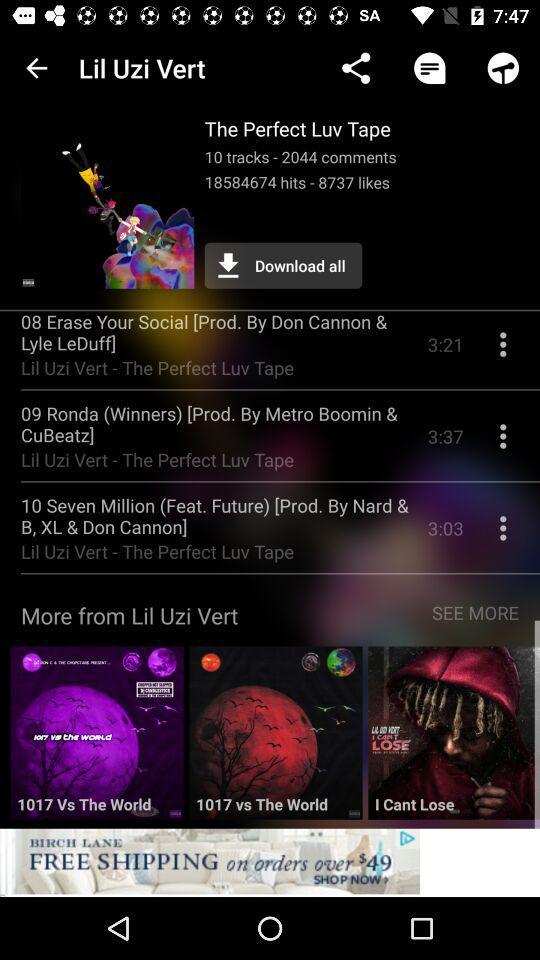  What do you see at coordinates (274, 739) in the screenshot?
I see `open 1017 vs the world` at bounding box center [274, 739].